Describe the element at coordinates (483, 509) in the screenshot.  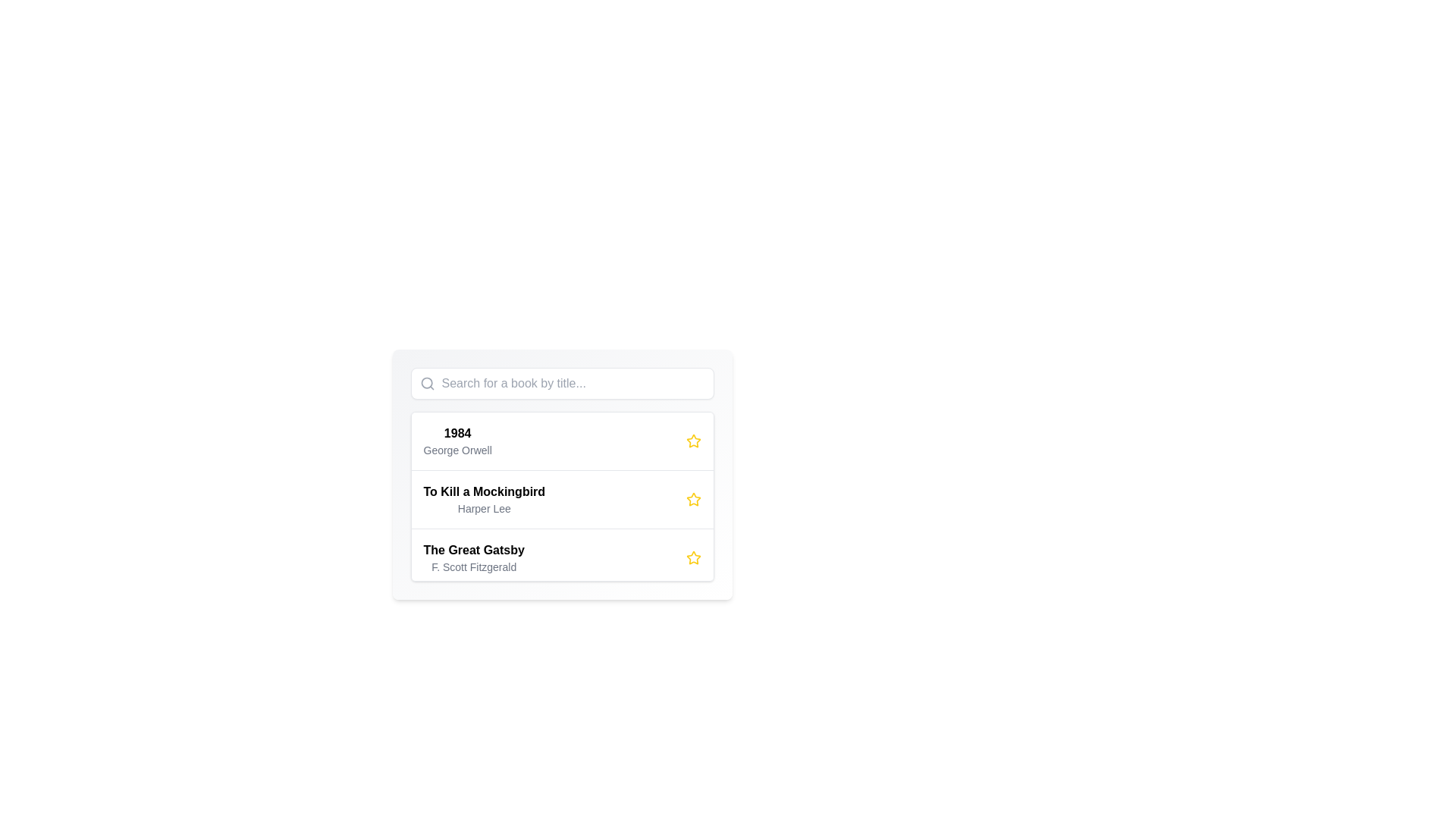
I see `the text display element that shows the author's name, located below the title 'To Kill a Mockingbird.'` at that location.